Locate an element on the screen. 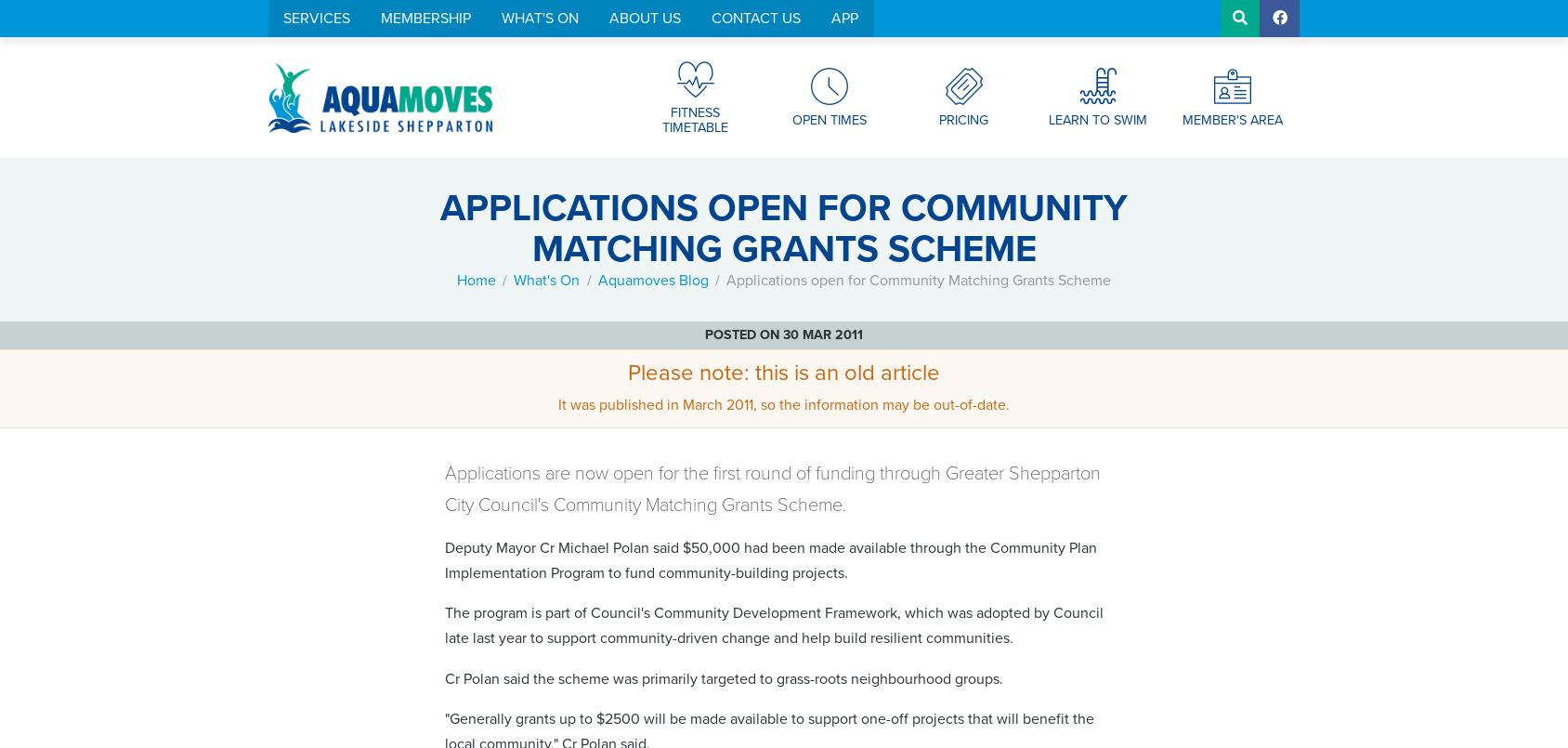 This screenshot has width=1568, height=748. 'Posted on 30 Mar 2011' is located at coordinates (782, 335).